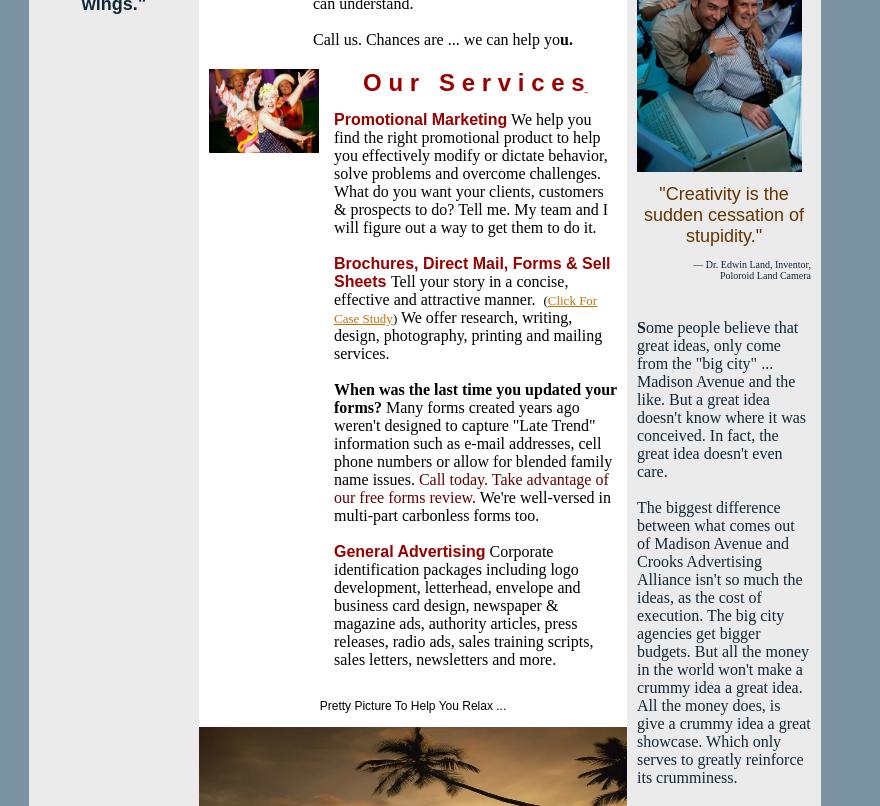 Image resolution: width=880 pixels, height=806 pixels. I want to click on 'The biggest difference between what comes out of Madison Avenue and Crooks Advertising Alliance isn't so much the ideas, as the cost of execution. The big city agencies get bigger budgets. But all the money in the world won't make a crummy idea a great idea. All the money does, is give a crummy idea a great showcase. Which only serves to greatly reinforce its crumminess.', so click(723, 641).